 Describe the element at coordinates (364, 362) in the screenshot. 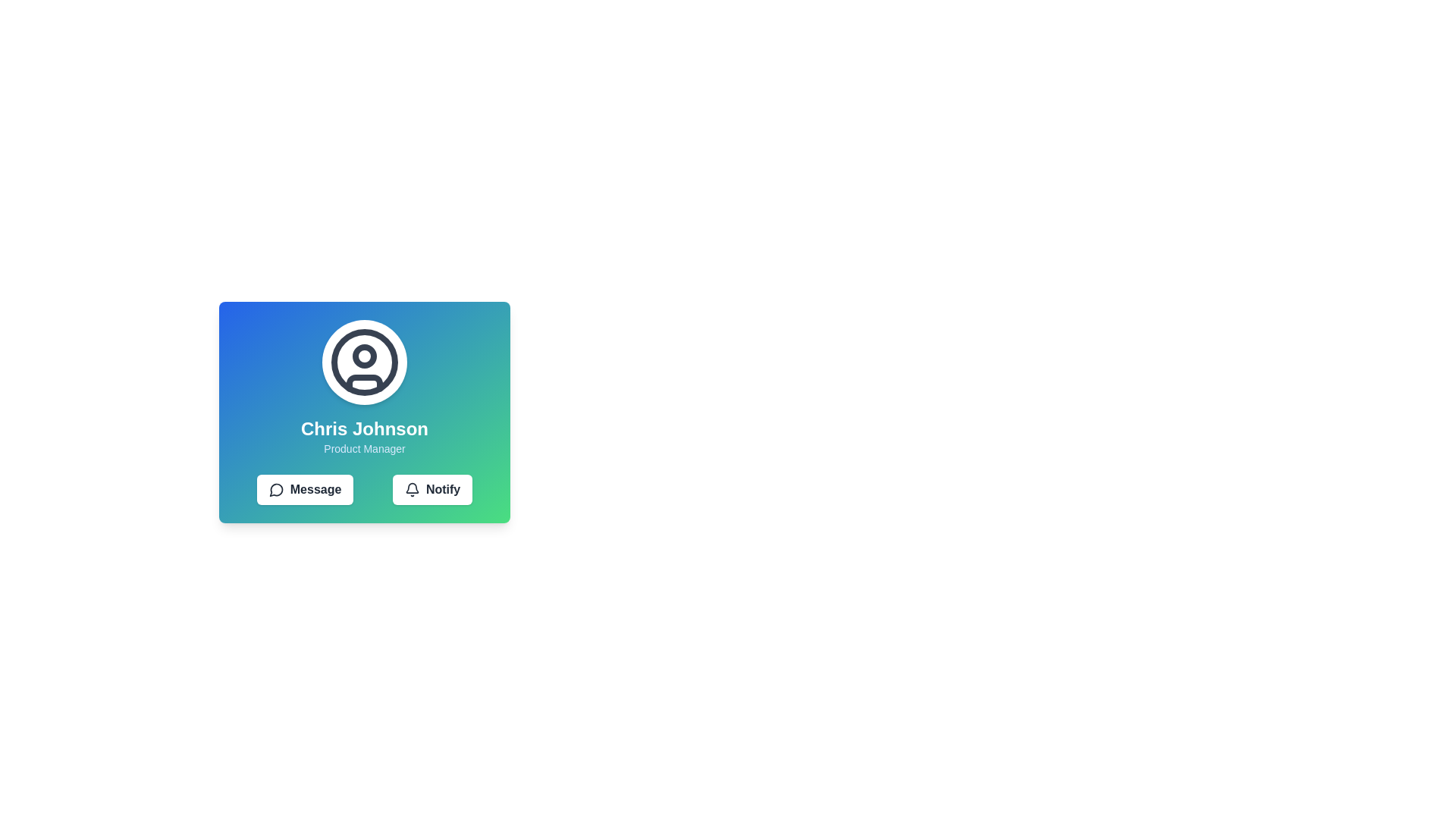

I see `the filled circular shape with a dark border that is the innermost circle of the user profile icon, located above the text 'Chris Johnson Product Manager'` at that location.